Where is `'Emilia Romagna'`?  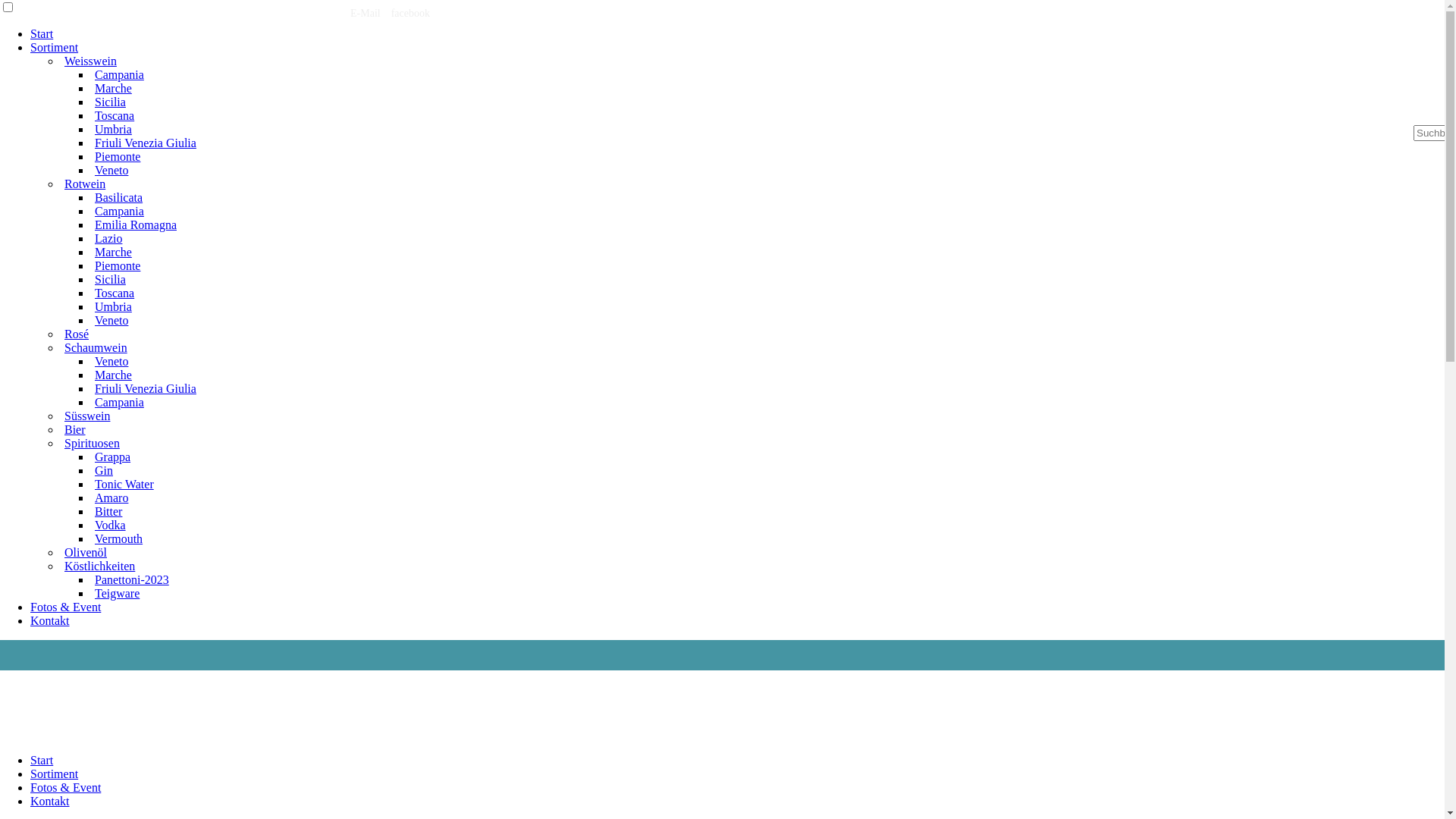 'Emilia Romagna' is located at coordinates (90, 224).